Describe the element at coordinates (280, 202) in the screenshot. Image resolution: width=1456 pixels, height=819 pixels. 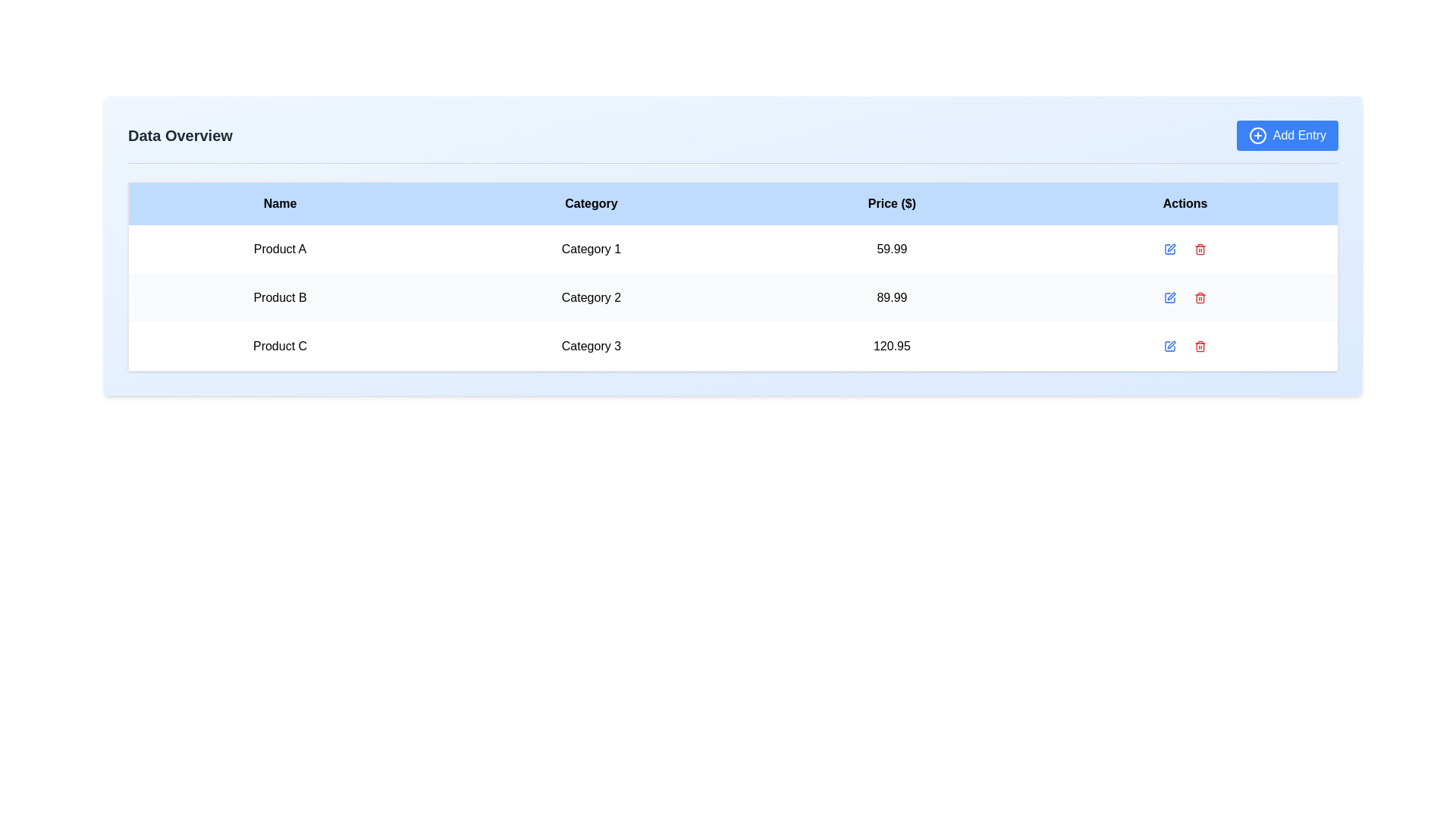
I see `the 'Name' header label in the table, which is the first column header indicating names of items or entities` at that location.